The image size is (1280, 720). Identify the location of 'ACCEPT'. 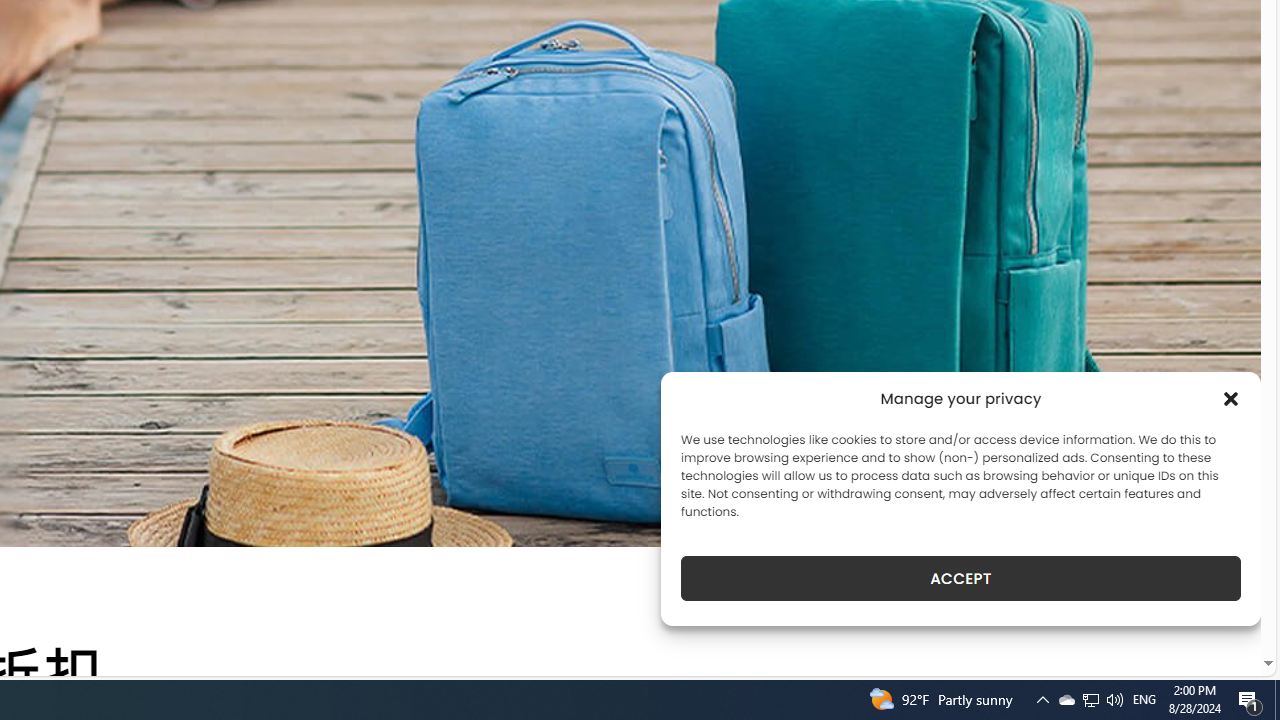
(961, 578).